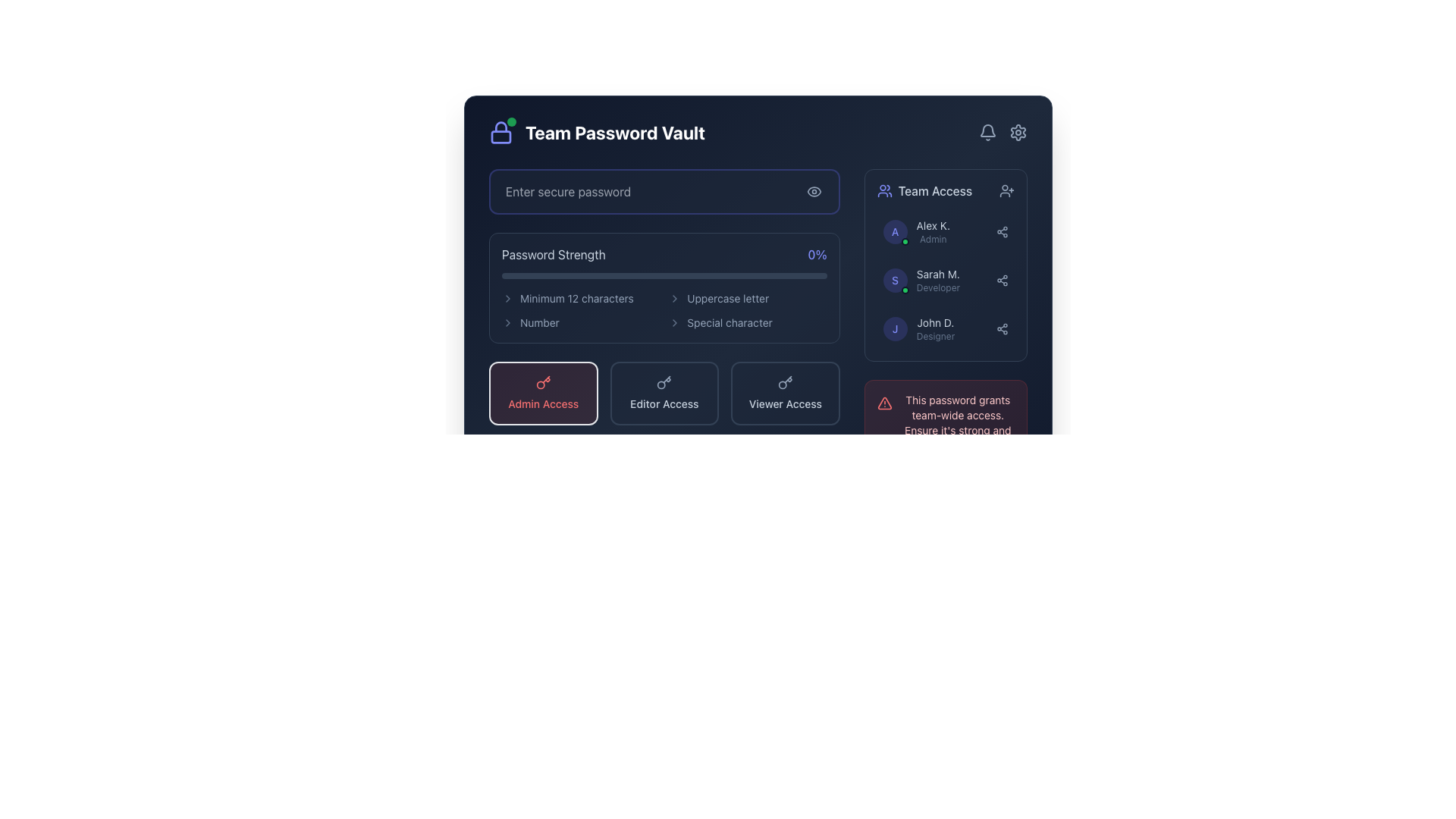 This screenshot has height=819, width=1456. Describe the element at coordinates (508, 322) in the screenshot. I see `the right-pointing chevron icon indicating an expandable list within the feedback group for password conditions labeled 'Number'` at that location.